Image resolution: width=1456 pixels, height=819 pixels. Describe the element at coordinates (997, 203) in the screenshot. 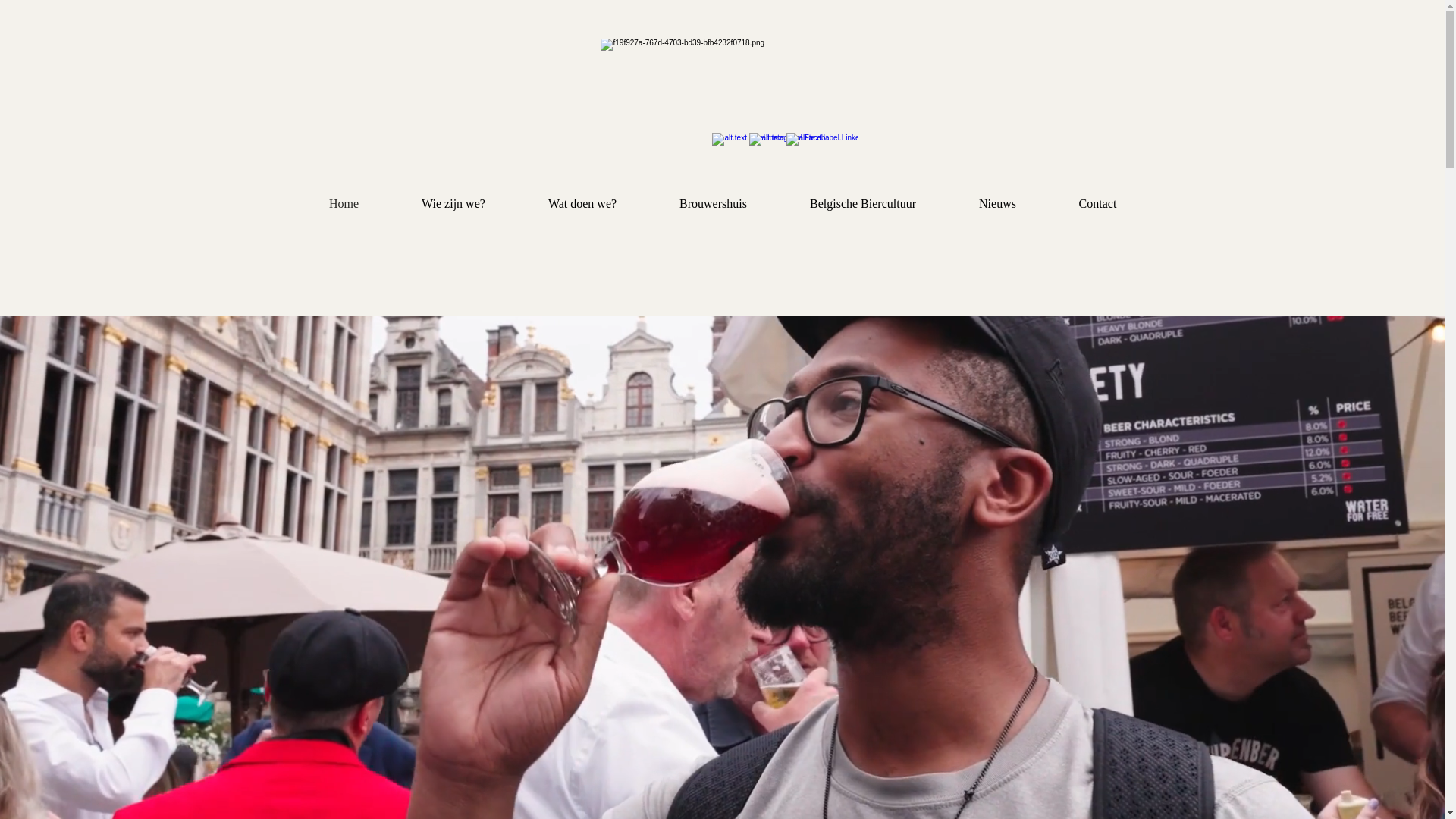

I see `'Nieuws'` at that location.